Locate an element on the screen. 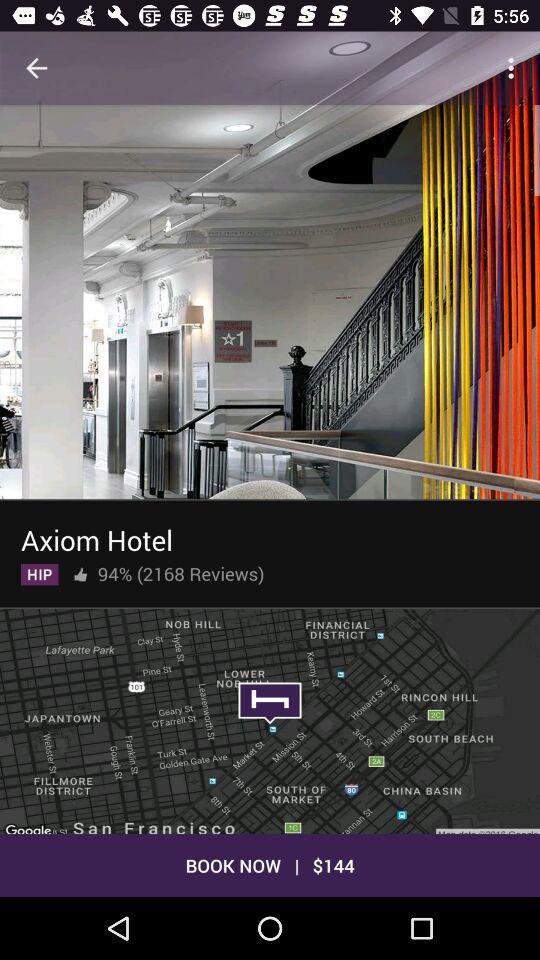 This screenshot has width=540, height=960. icon below the axiom hotel item is located at coordinates (39, 570).